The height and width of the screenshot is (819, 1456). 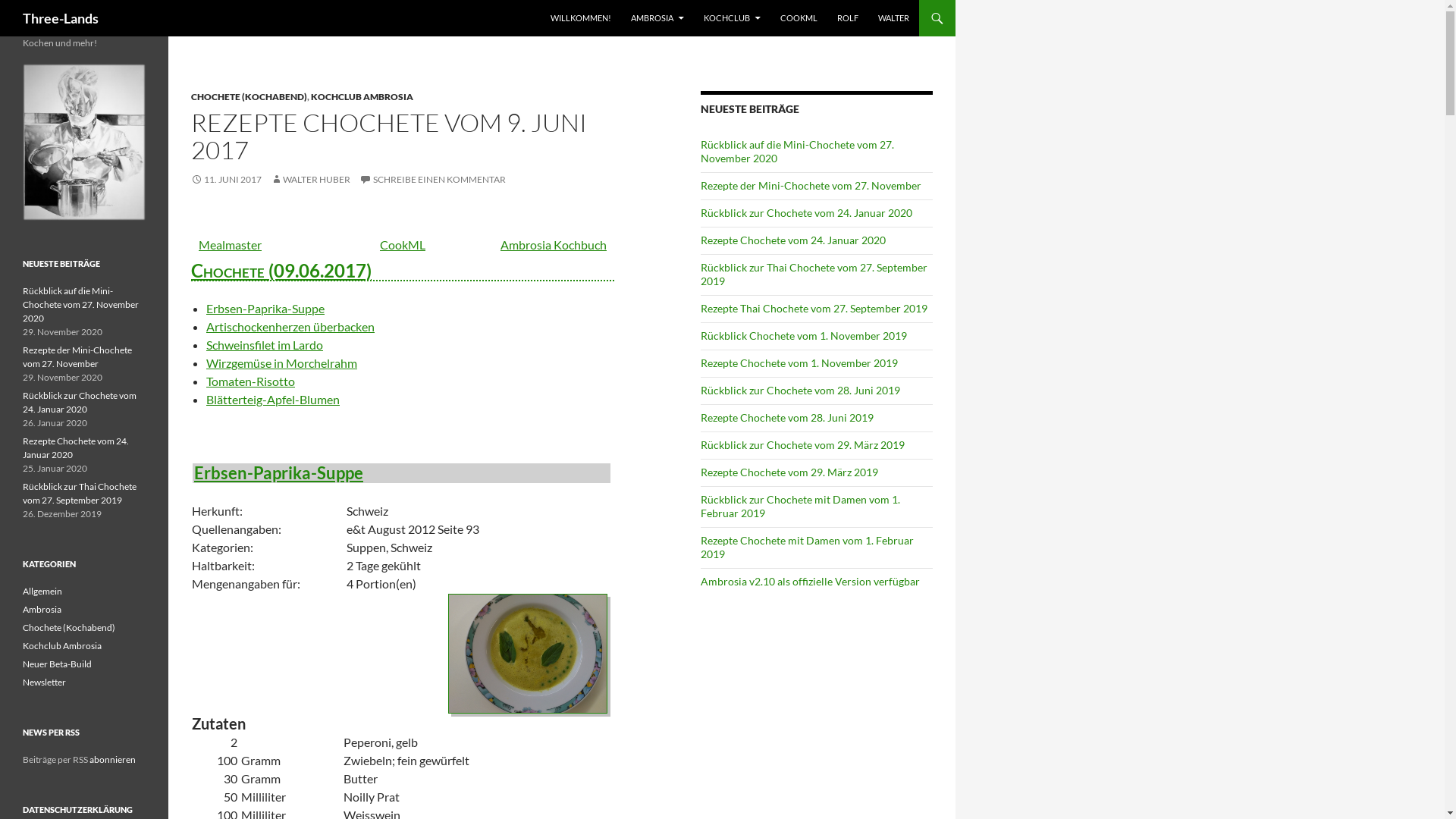 What do you see at coordinates (732, 17) in the screenshot?
I see `'KOCHCLUB'` at bounding box center [732, 17].